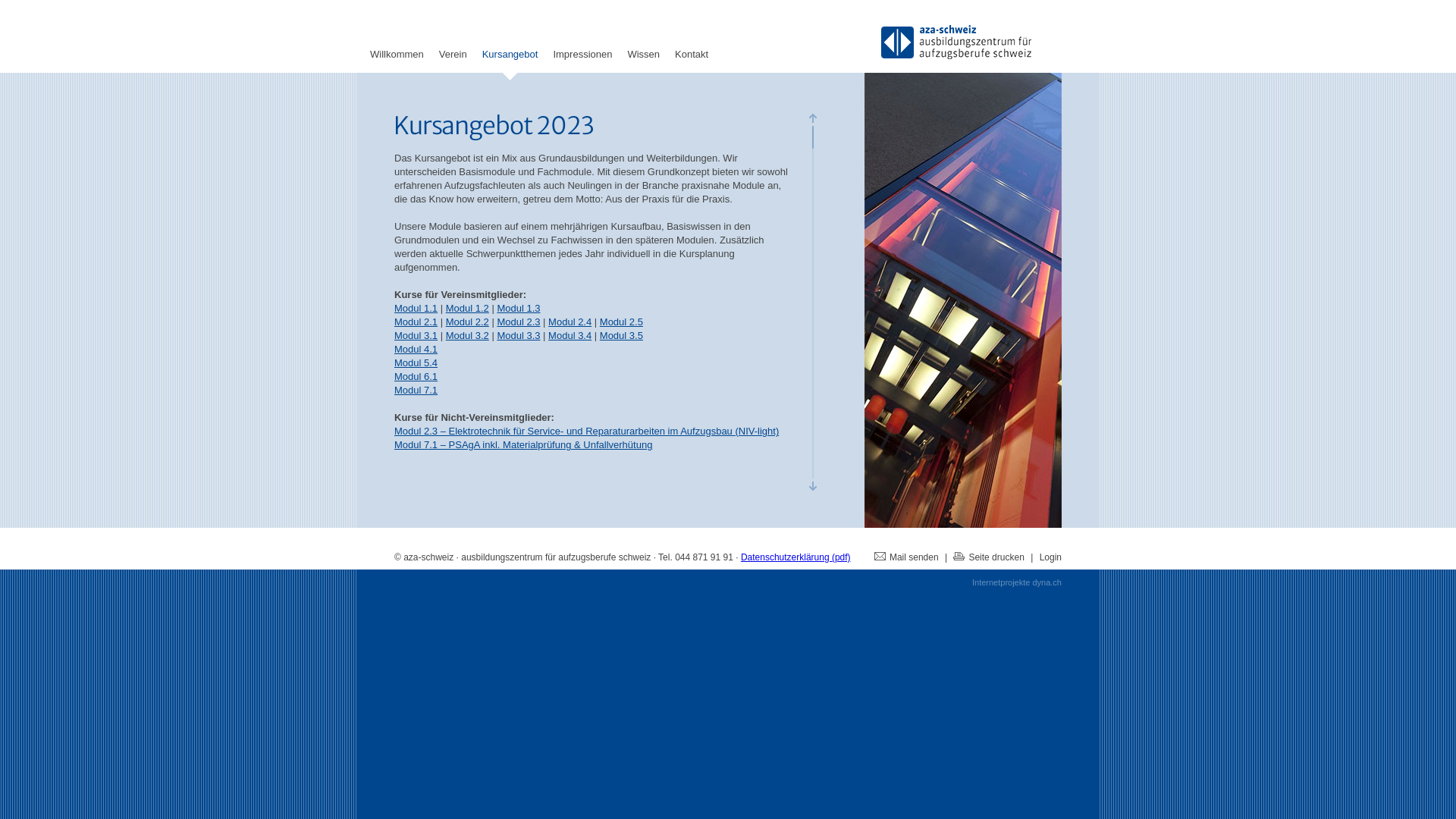 The height and width of the screenshot is (819, 1456). What do you see at coordinates (466, 321) in the screenshot?
I see `'Modul 2.2'` at bounding box center [466, 321].